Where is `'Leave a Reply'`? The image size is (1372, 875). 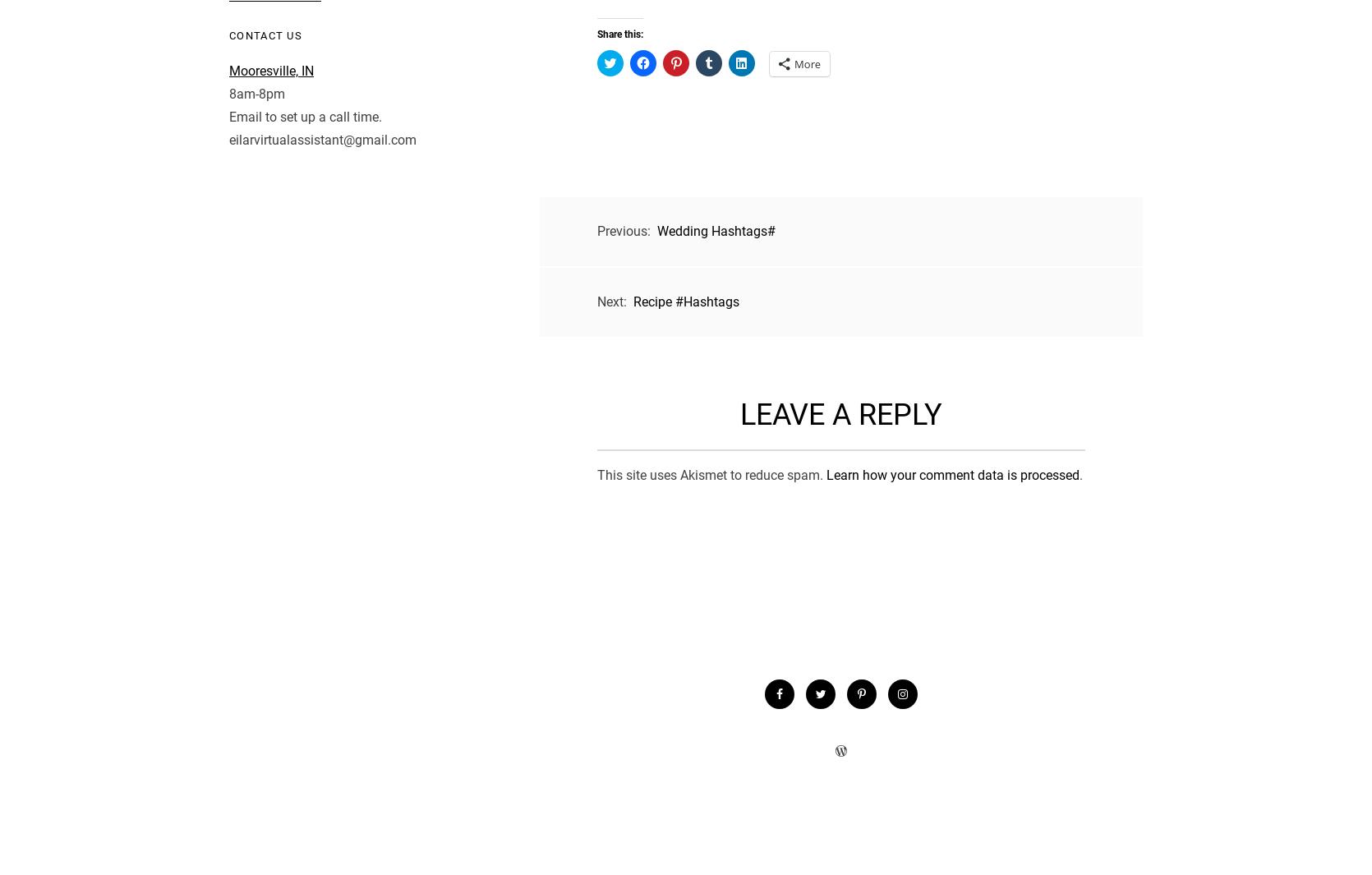
'Leave a Reply' is located at coordinates (841, 414).